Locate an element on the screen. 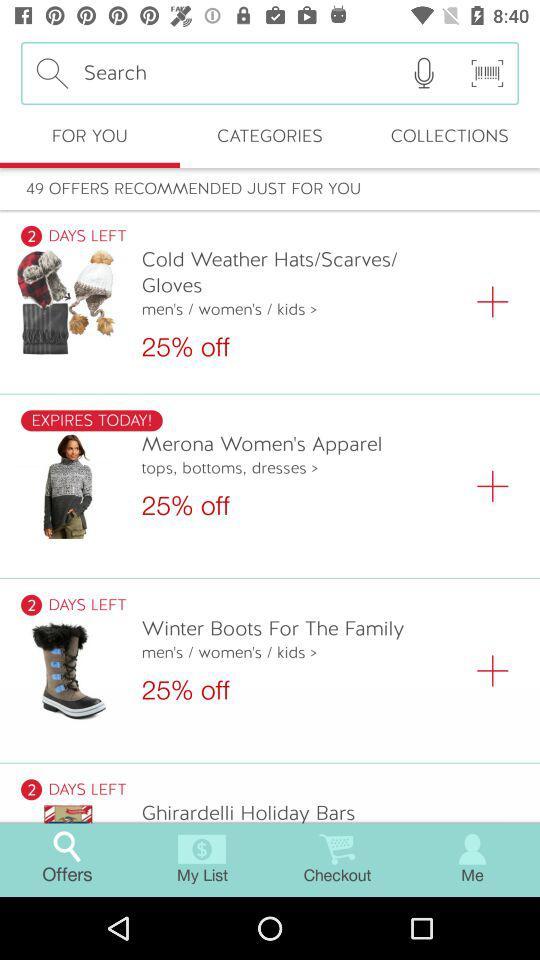 This screenshot has height=960, width=540. the image which is below expires today is located at coordinates (67, 485).